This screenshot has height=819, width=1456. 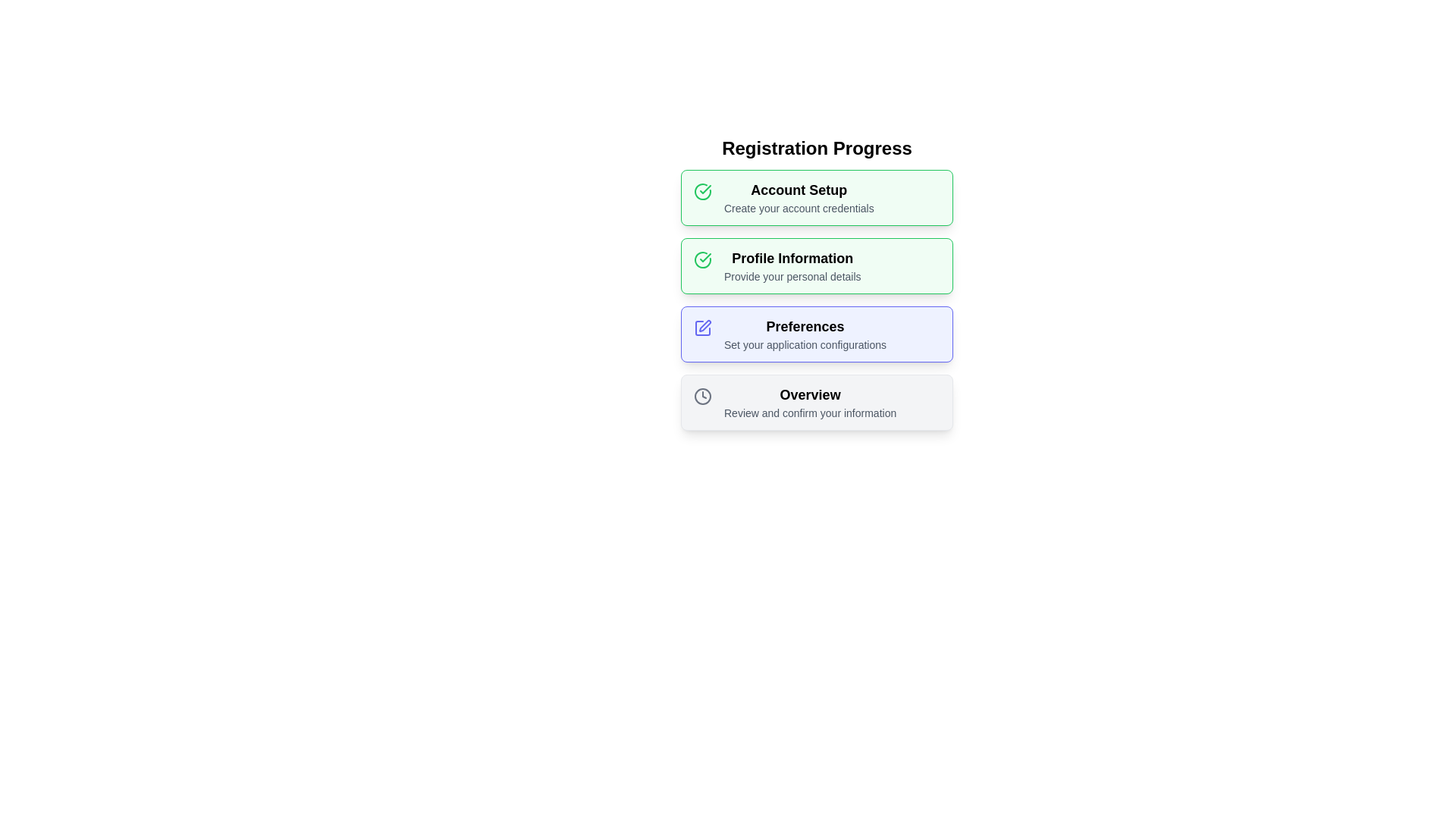 What do you see at coordinates (792, 277) in the screenshot?
I see `the static text label providing additional information about the 'Profile Information' section, located directly under its header text within the green-bordered section` at bounding box center [792, 277].